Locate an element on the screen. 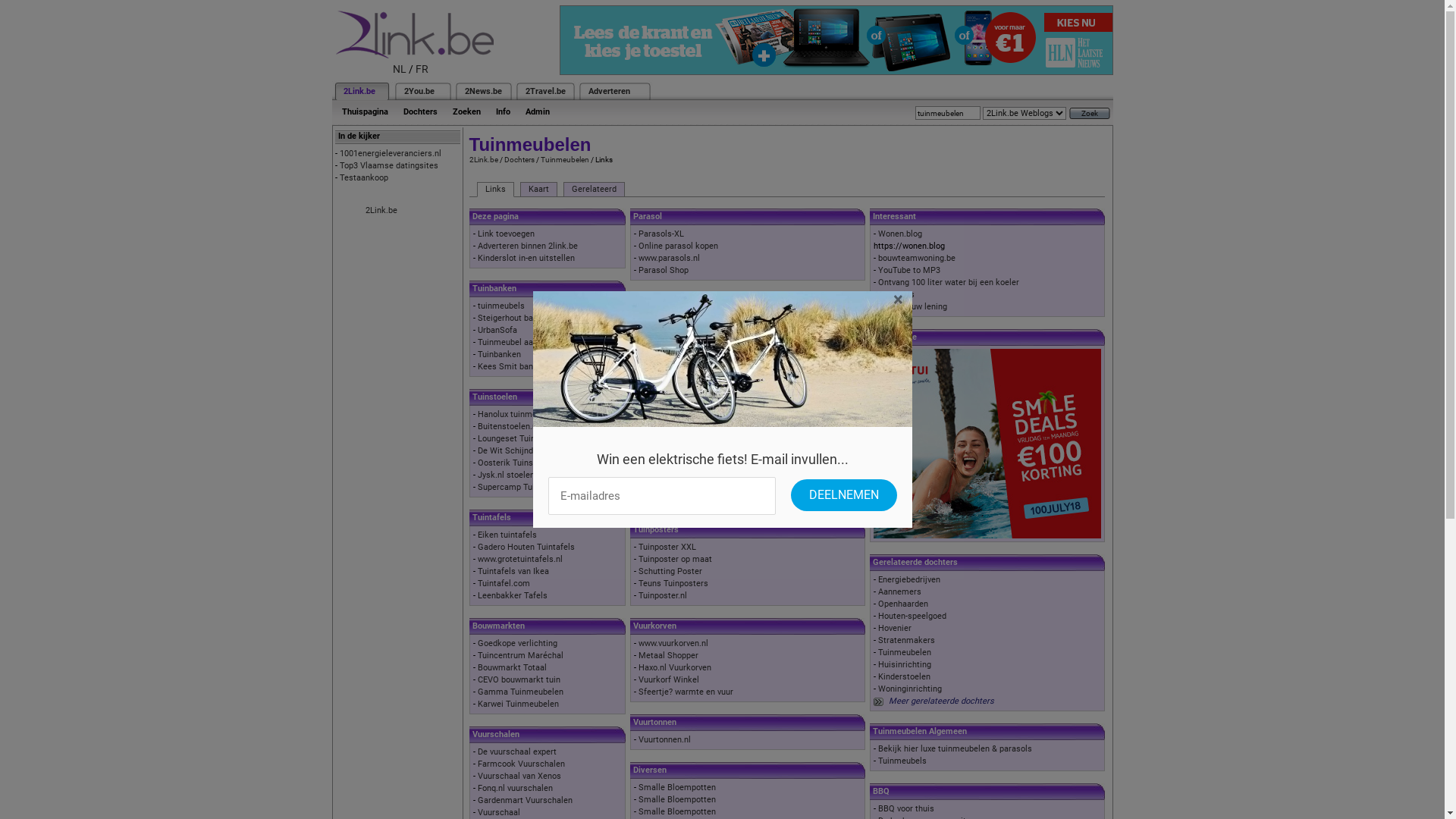 The height and width of the screenshot is (819, 1456). 'Ontvang 100 liter water bij een koeler' is located at coordinates (948, 282).